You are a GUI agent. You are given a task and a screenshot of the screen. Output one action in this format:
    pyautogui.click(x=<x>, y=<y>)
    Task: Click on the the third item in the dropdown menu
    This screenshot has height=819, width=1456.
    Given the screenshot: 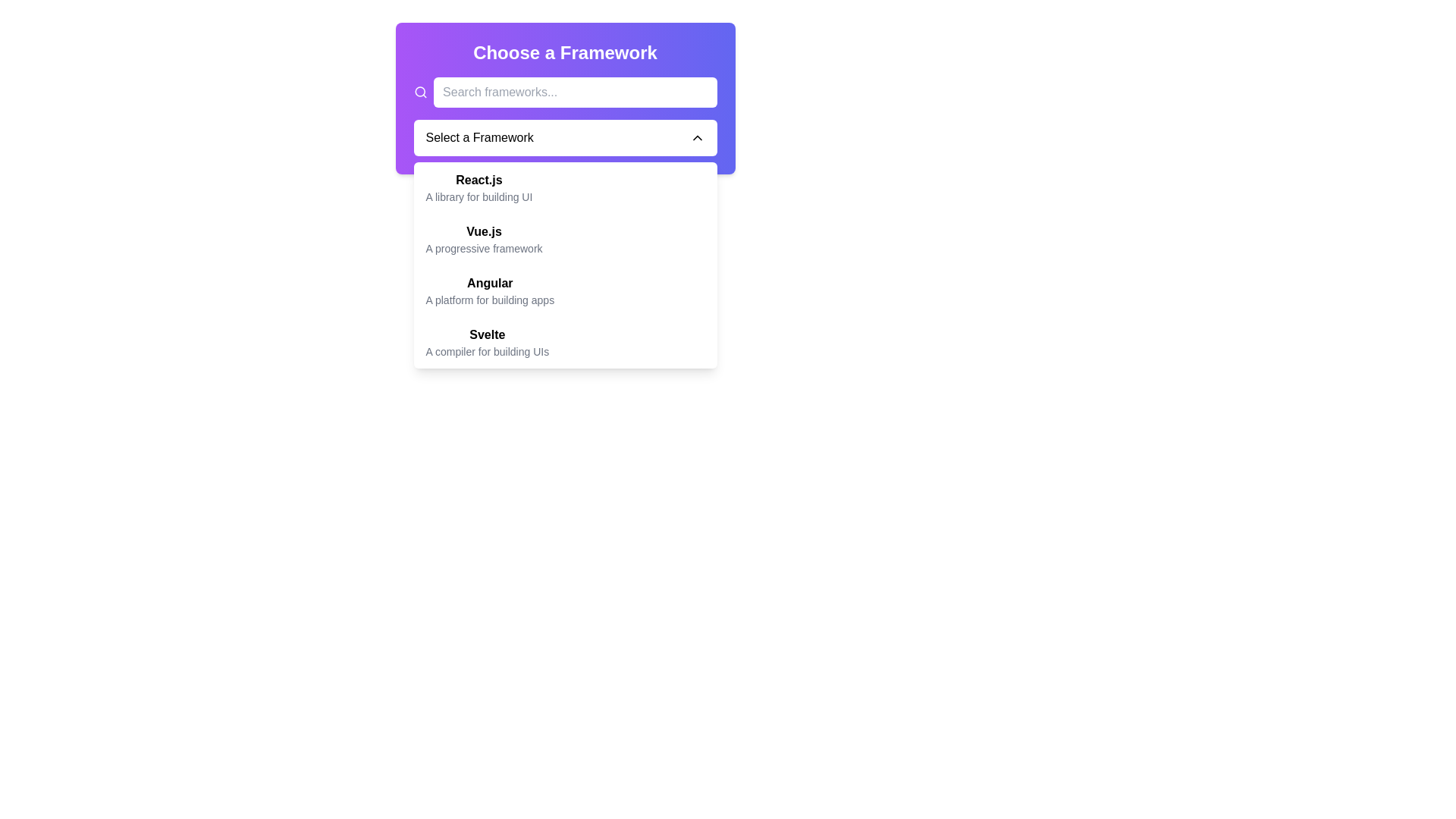 What is the action you would take?
    pyautogui.click(x=564, y=291)
    